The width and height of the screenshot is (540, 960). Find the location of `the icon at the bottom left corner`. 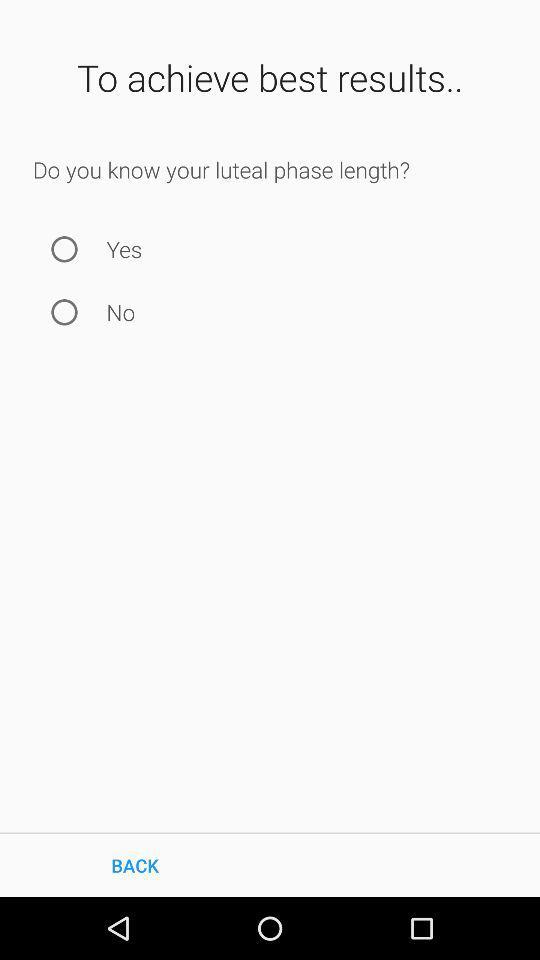

the icon at the bottom left corner is located at coordinates (135, 864).